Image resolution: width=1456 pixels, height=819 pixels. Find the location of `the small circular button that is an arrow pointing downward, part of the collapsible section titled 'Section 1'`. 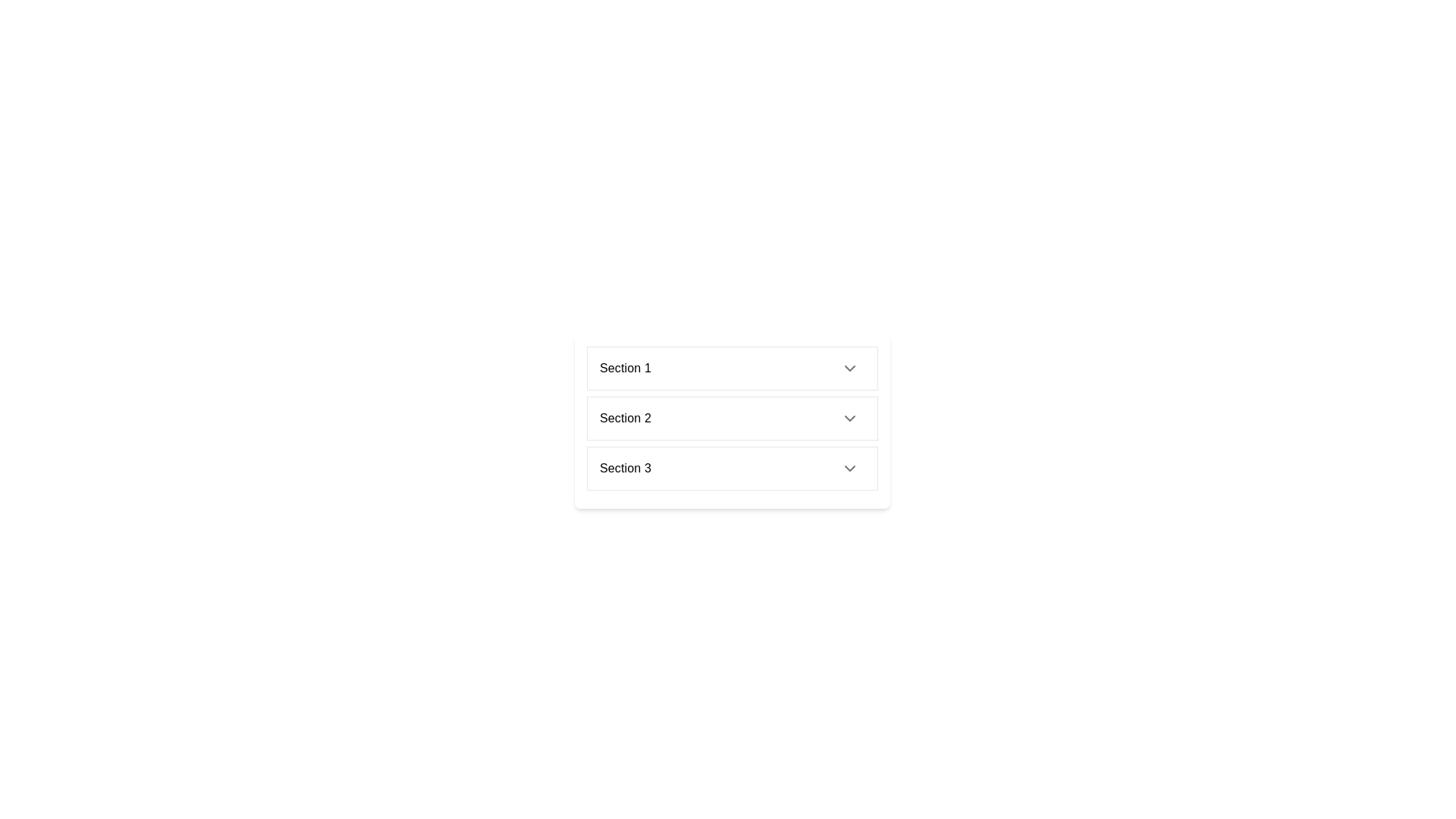

the small circular button that is an arrow pointing downward, part of the collapsible section titled 'Section 1' is located at coordinates (850, 369).